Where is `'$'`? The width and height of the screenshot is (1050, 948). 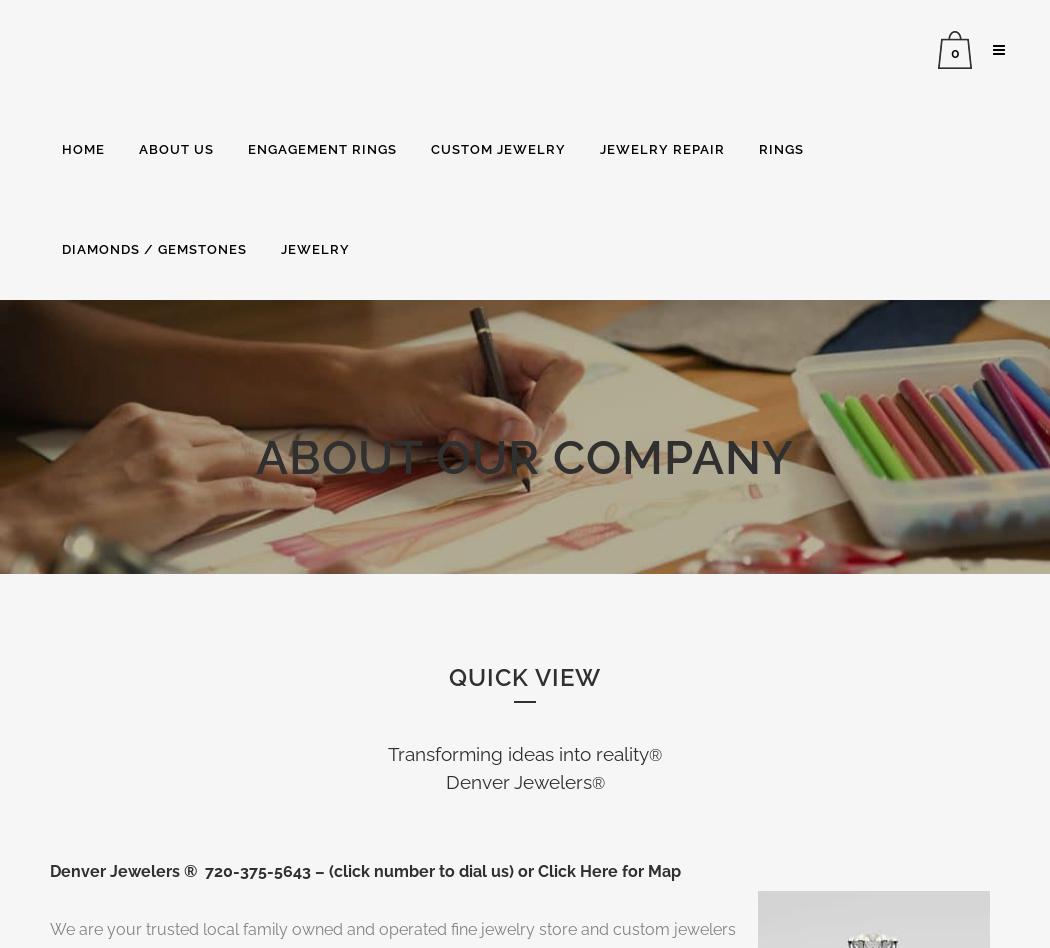
'$' is located at coordinates (937, 151).